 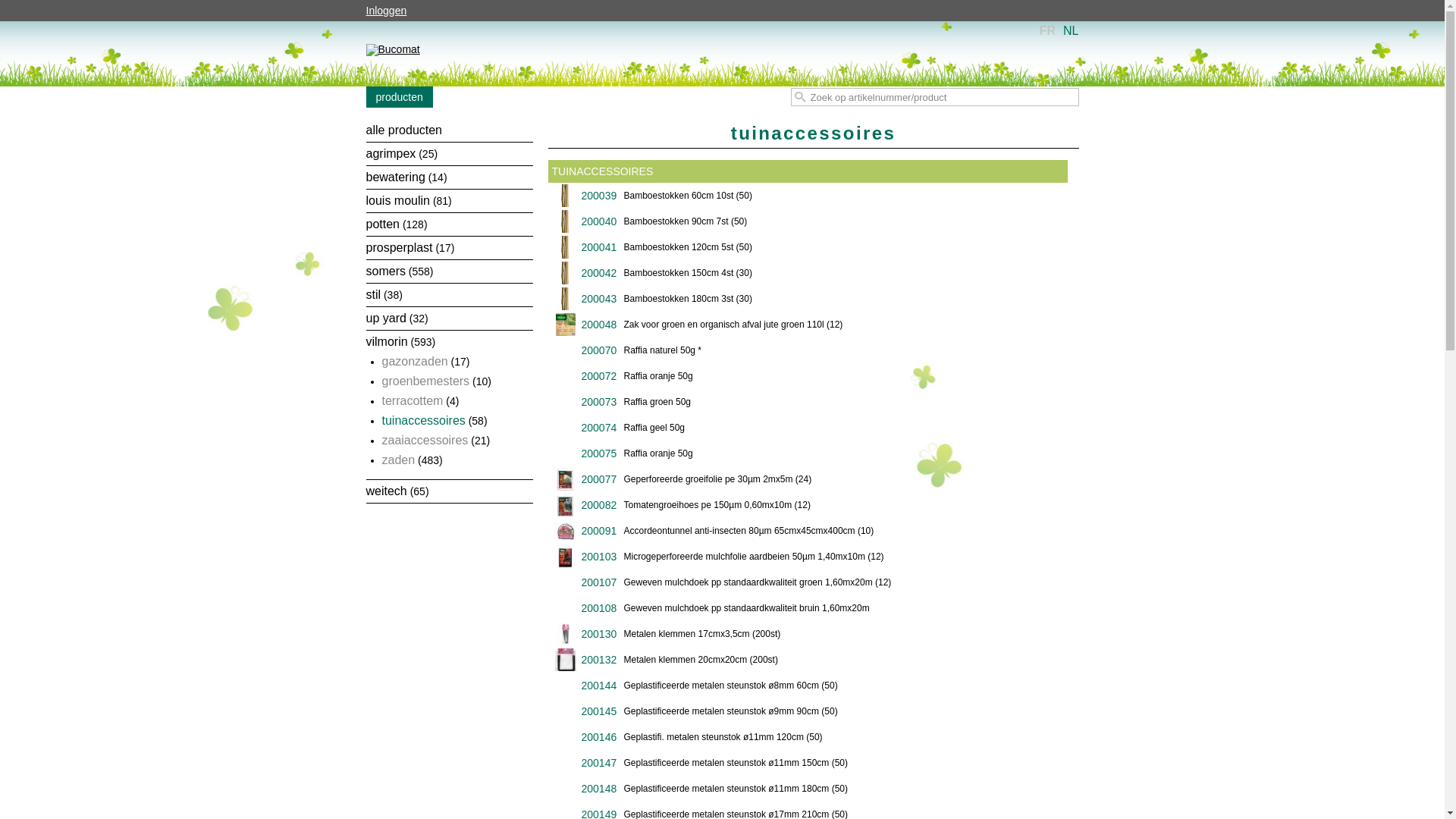 What do you see at coordinates (385, 491) in the screenshot?
I see `'weitech'` at bounding box center [385, 491].